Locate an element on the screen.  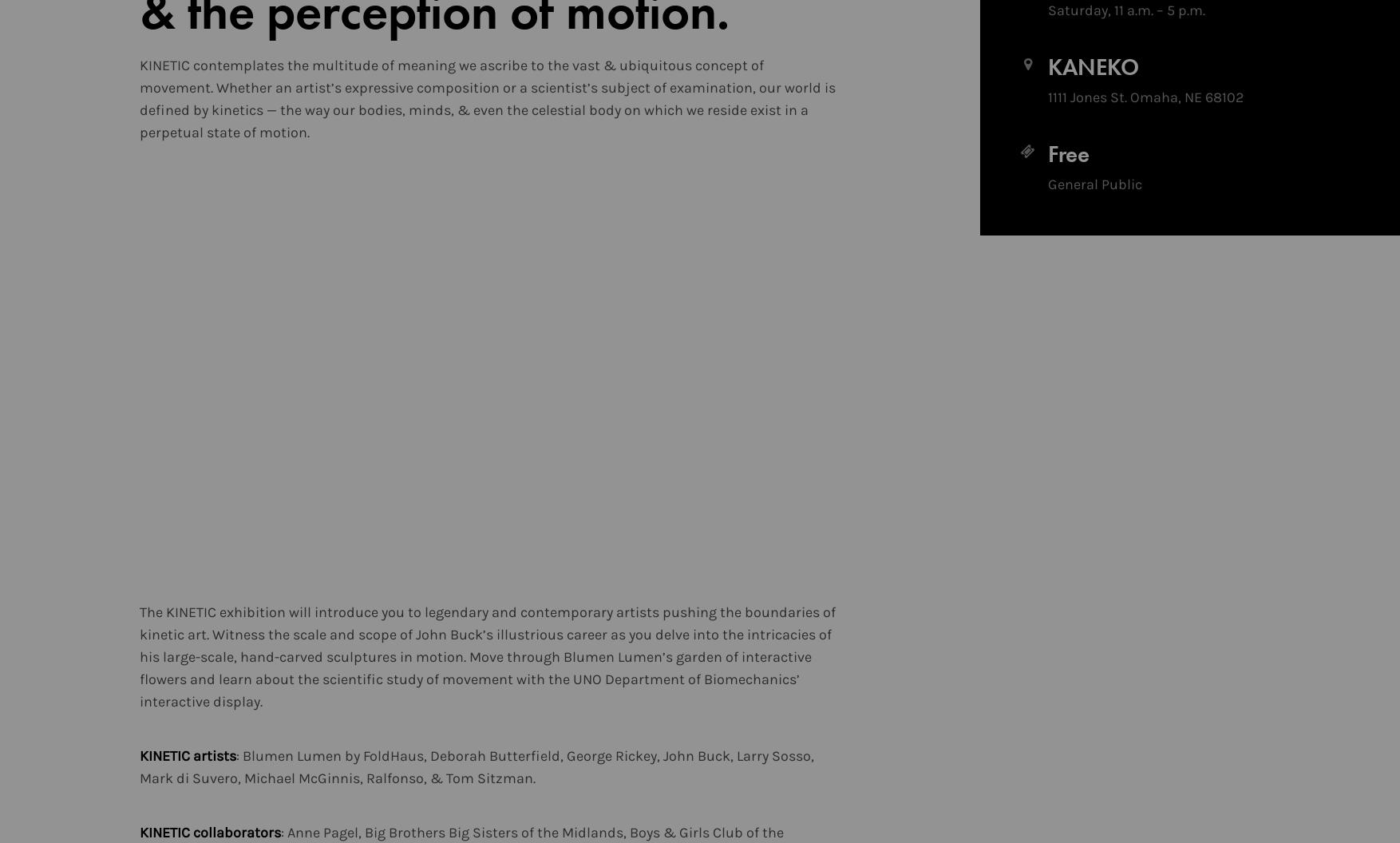
'1111 Jones St. Omaha, NE 68102' is located at coordinates (1046, 96).